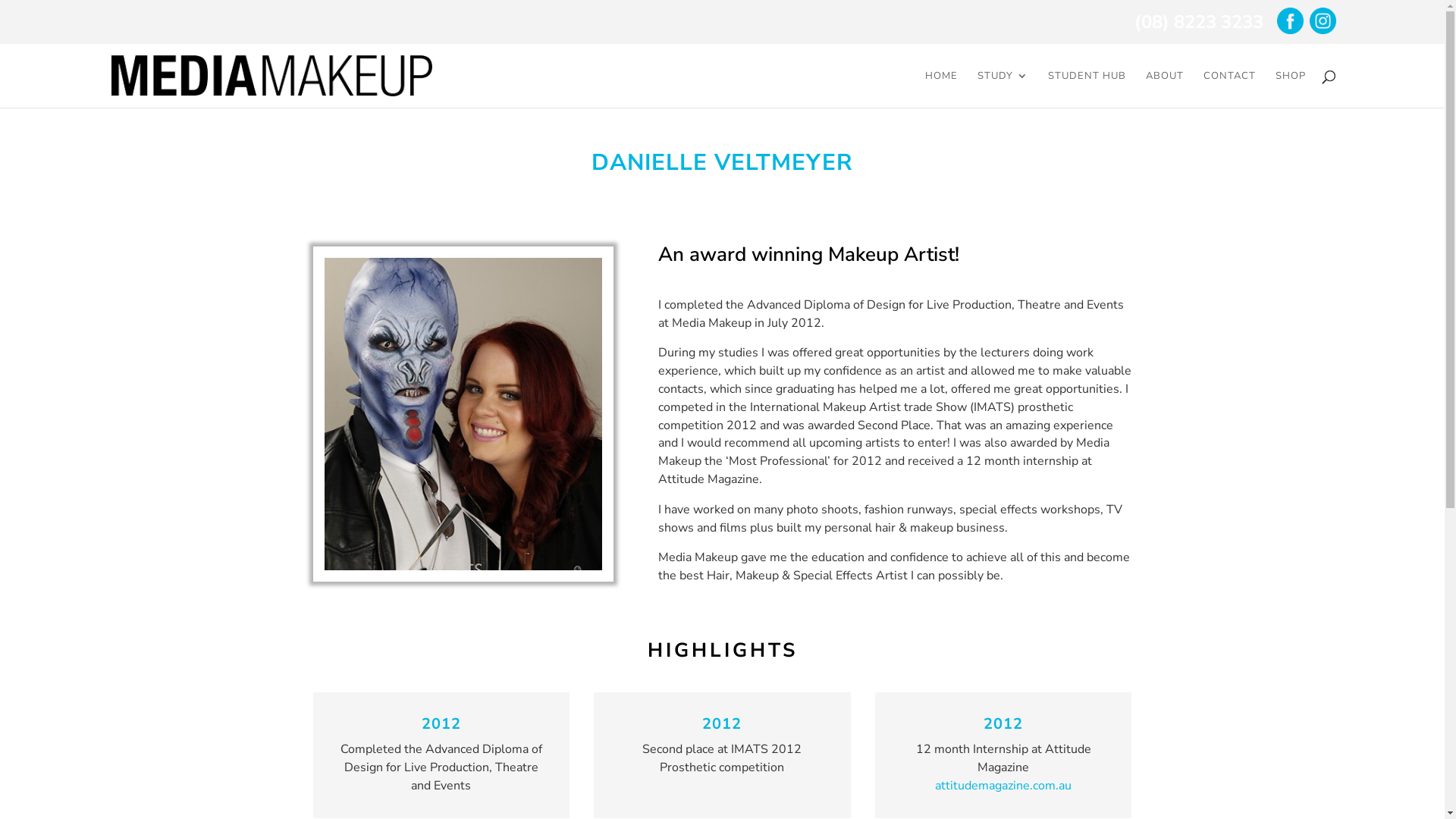 This screenshot has height=819, width=1456. I want to click on 'attitudemagazine.com.au', so click(1003, 785).